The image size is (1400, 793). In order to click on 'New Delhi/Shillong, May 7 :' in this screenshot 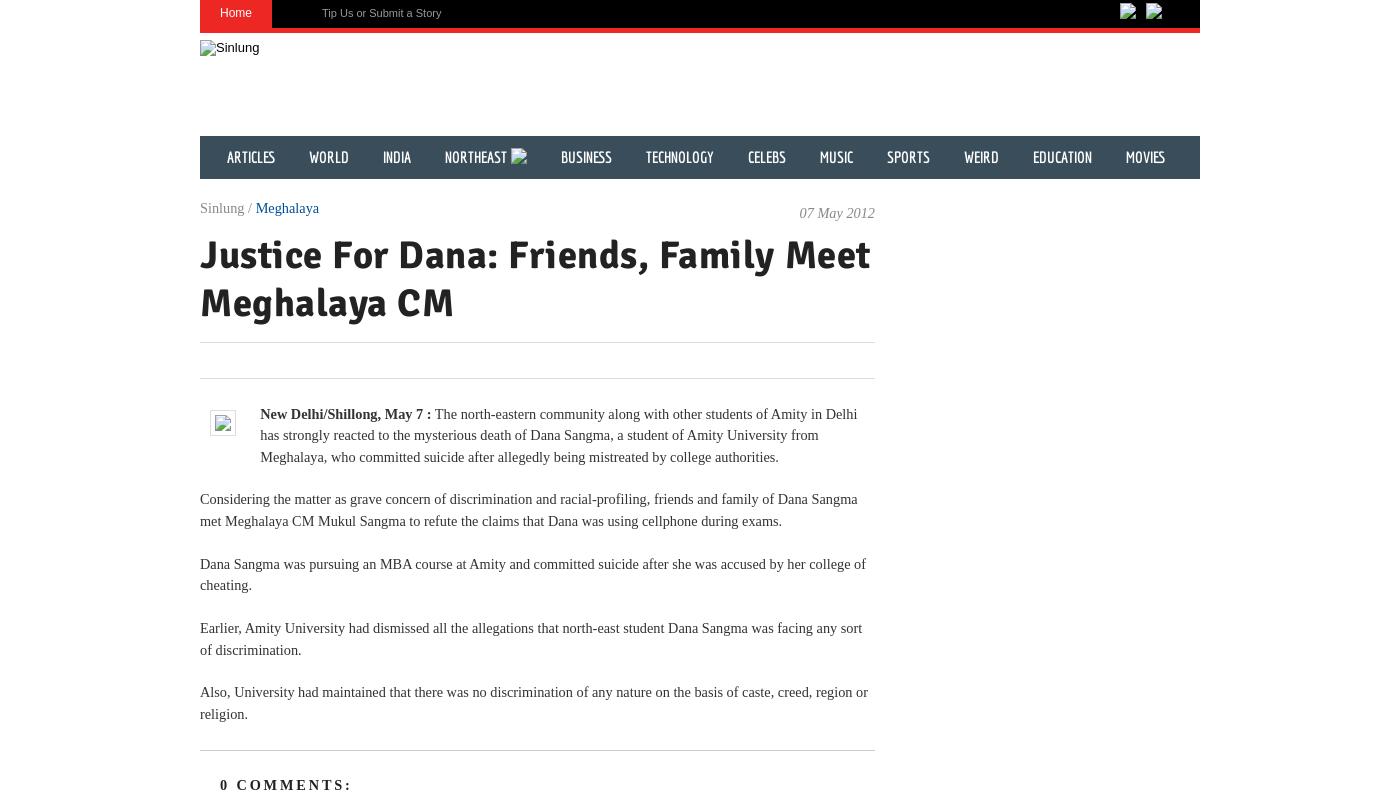, I will do `click(345, 412)`.